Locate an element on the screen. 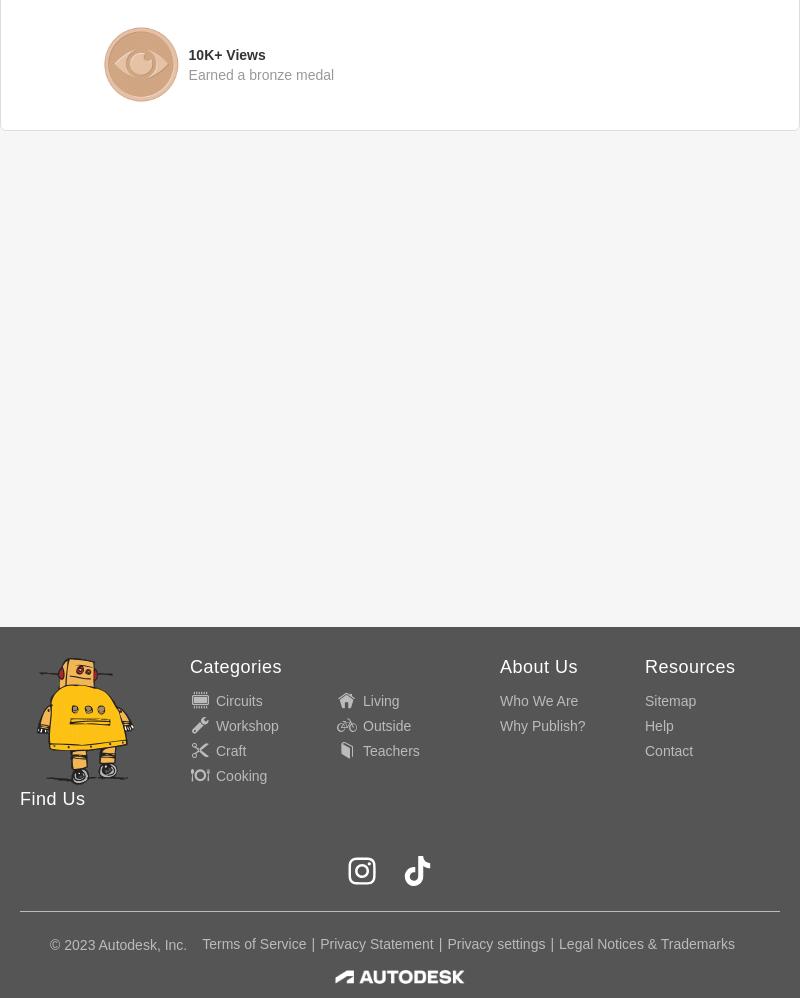  'Outside' is located at coordinates (362, 726).